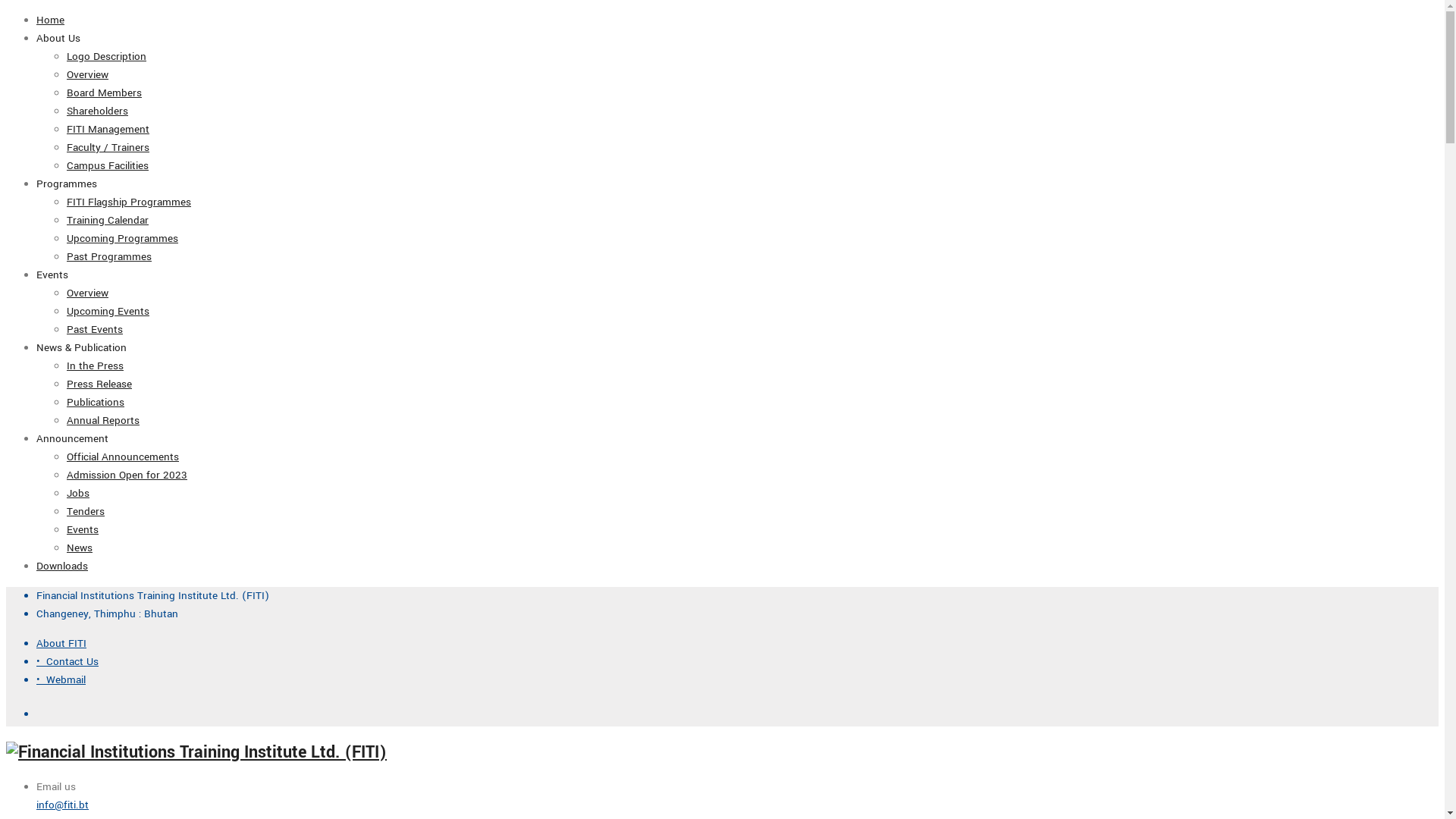 The image size is (1456, 819). What do you see at coordinates (71, 438) in the screenshot?
I see `'Announcement'` at bounding box center [71, 438].